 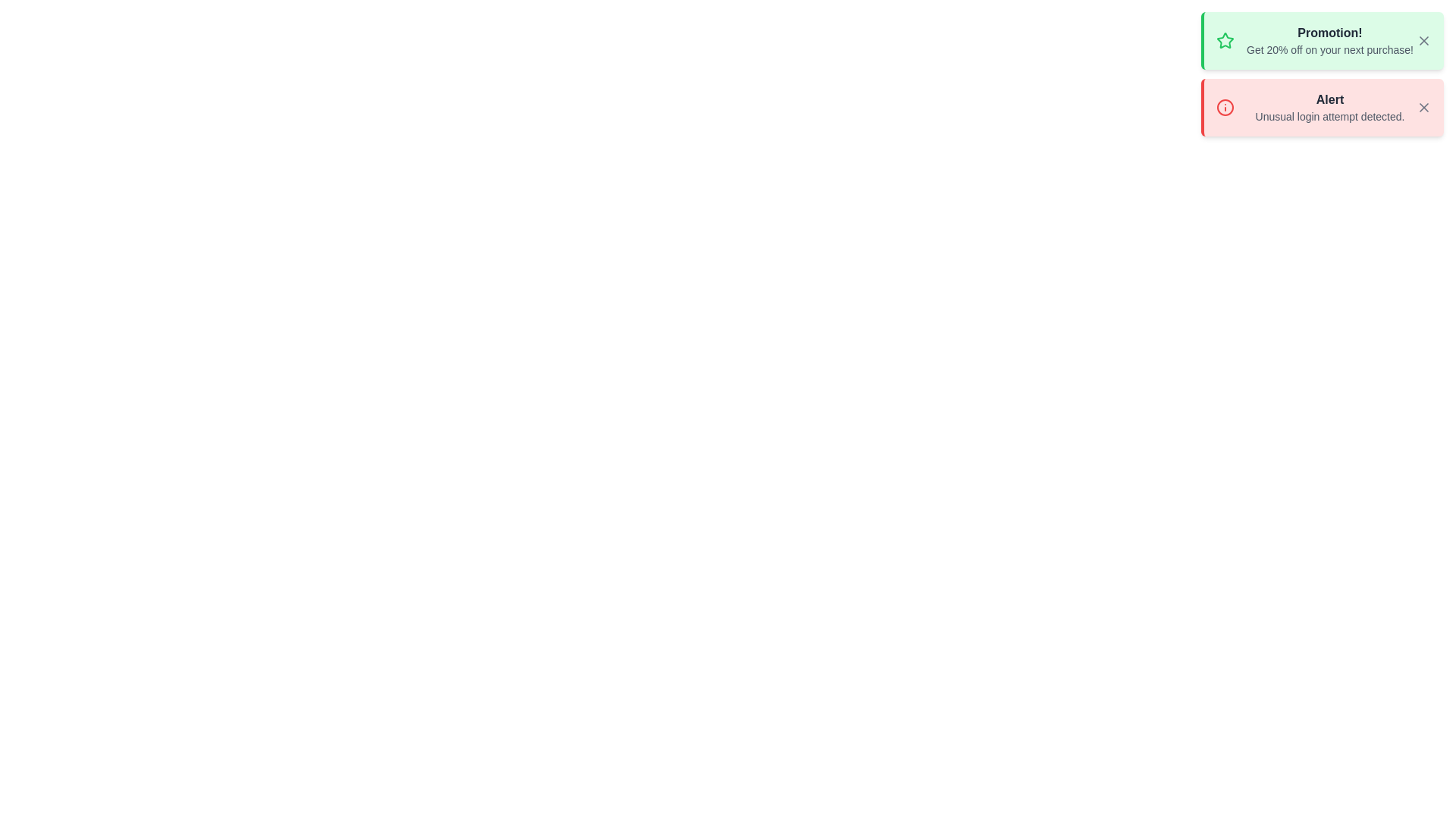 I want to click on static text informing the user about a detected unusual login attempt located within the 'Alert' notification element, positioned below the title text 'Alert', so click(x=1329, y=116).